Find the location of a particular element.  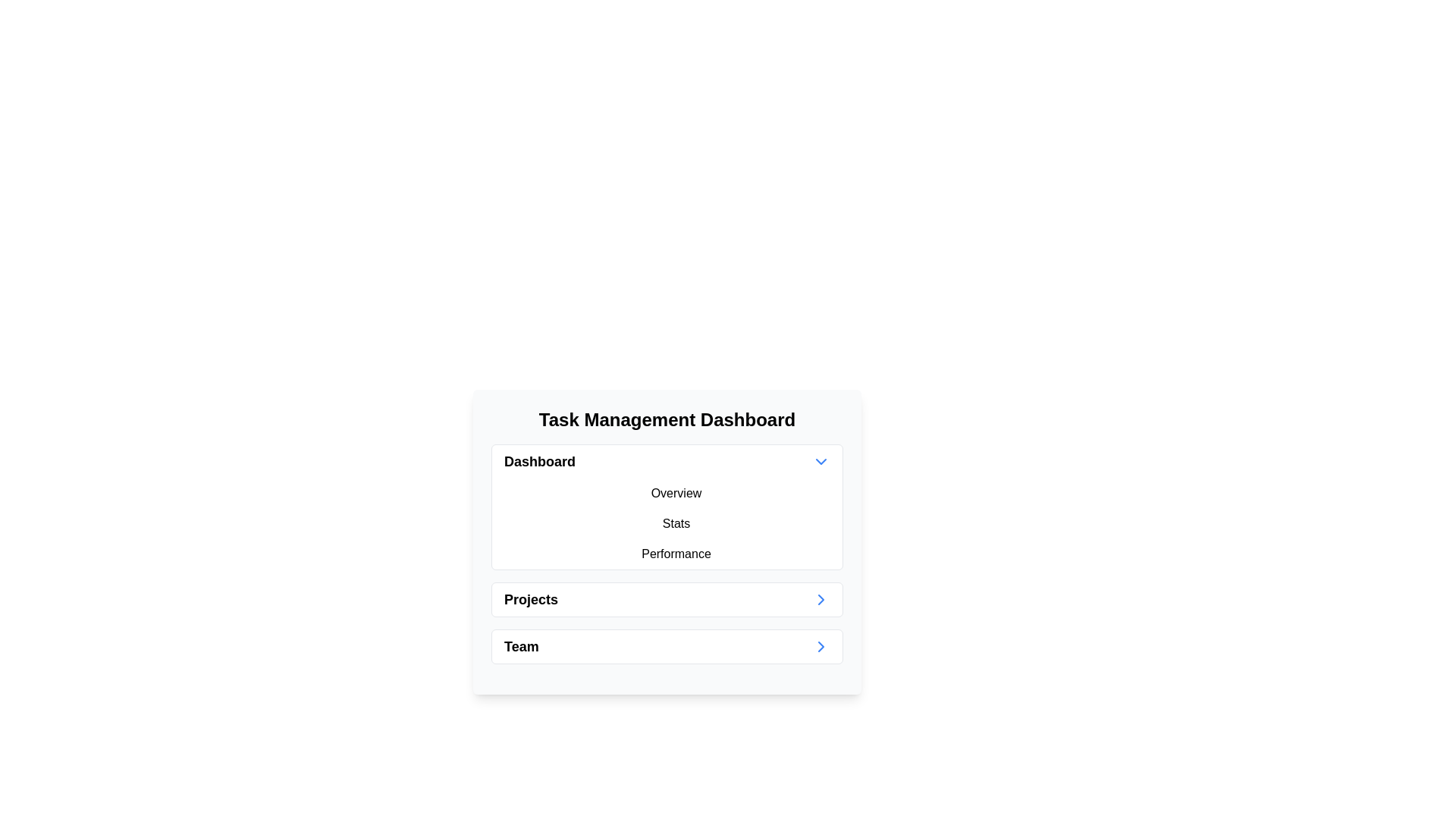

the chevron icon located to the right of the 'Projects' label in the second row of the menu is located at coordinates (821, 598).